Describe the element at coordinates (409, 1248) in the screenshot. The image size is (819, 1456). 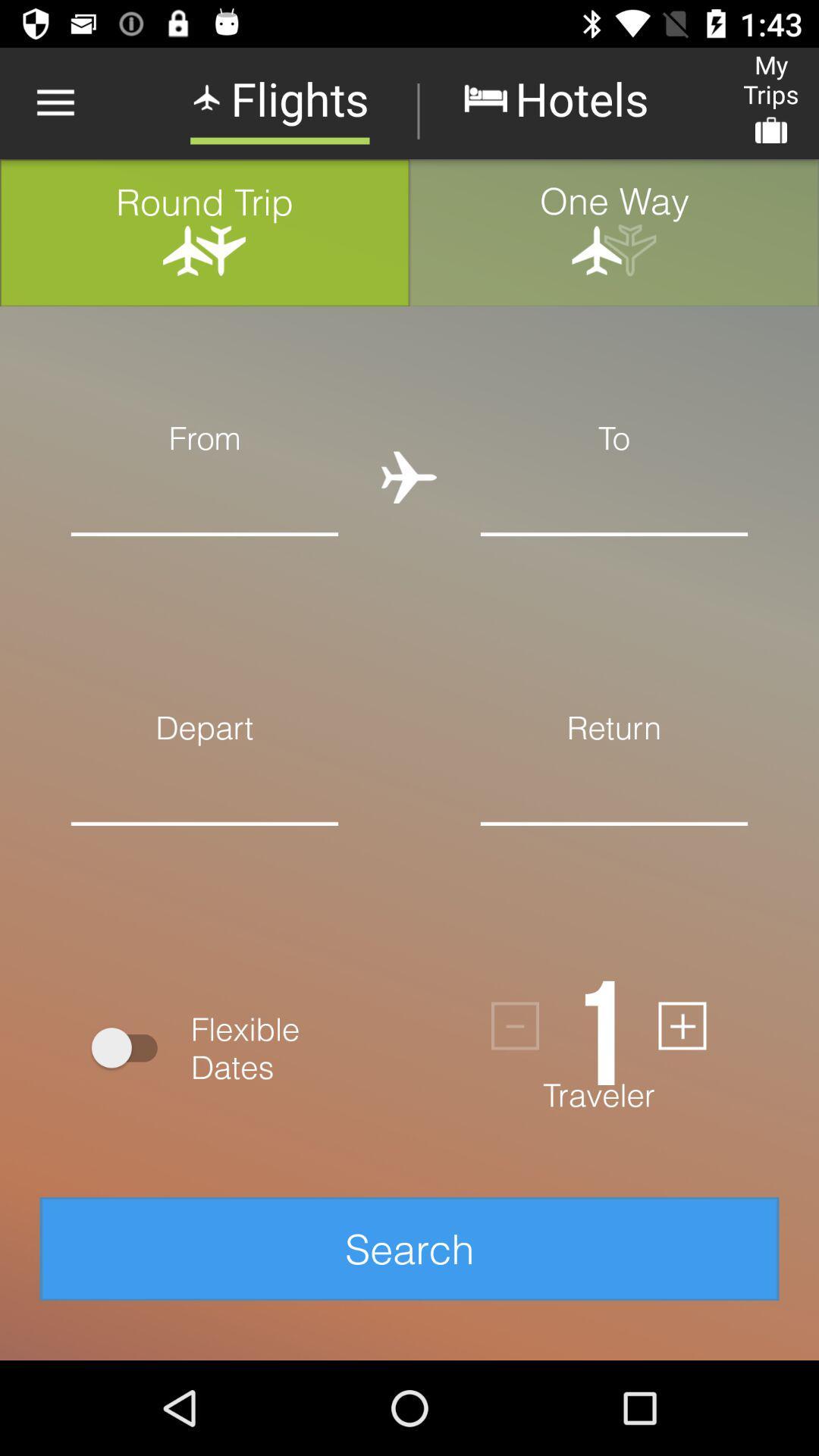
I see `the search` at that location.